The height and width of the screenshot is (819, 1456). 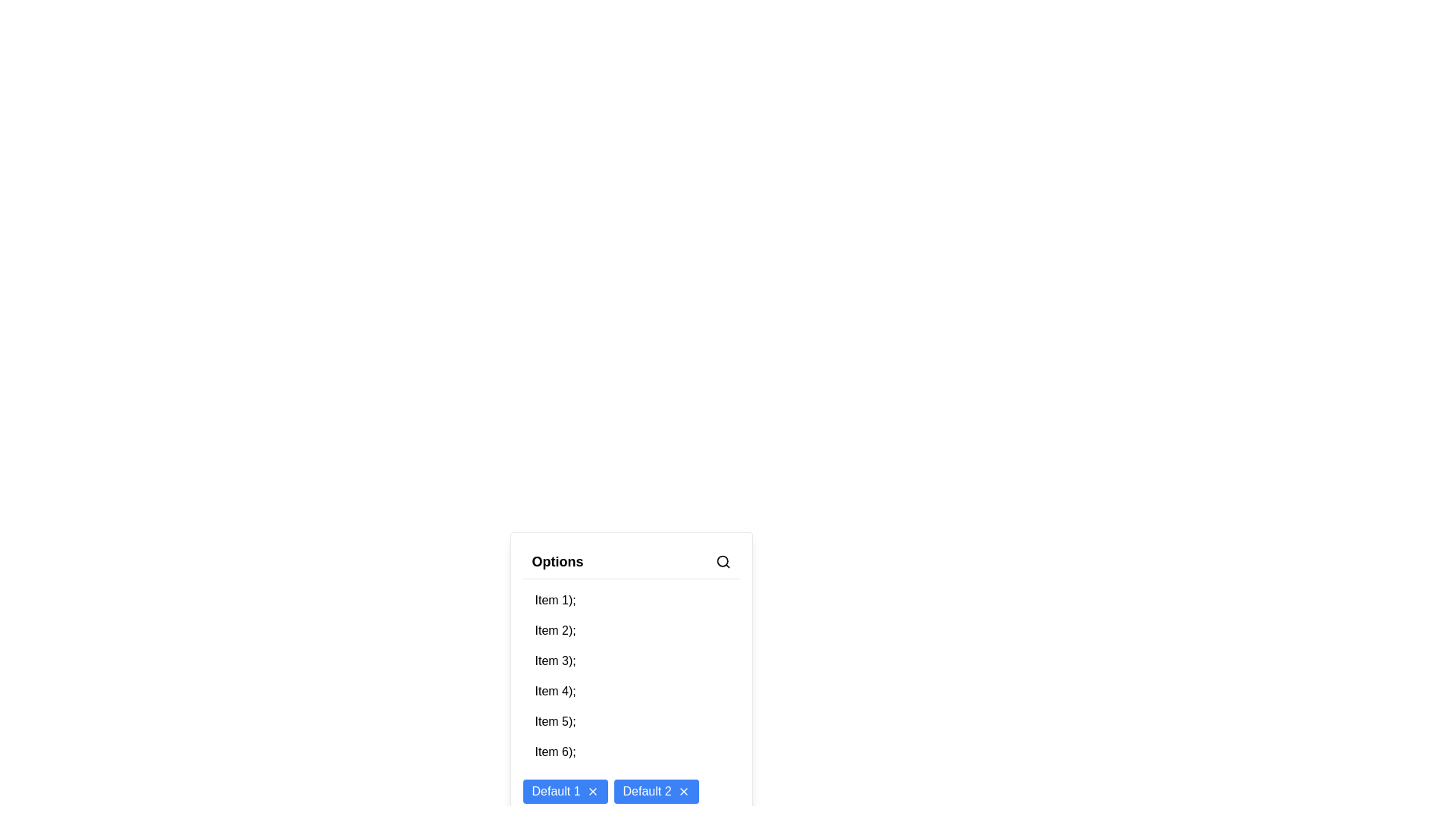 I want to click on the magnifying glass icon located in the top-right corner of the 'Options' section, so click(x=722, y=561).